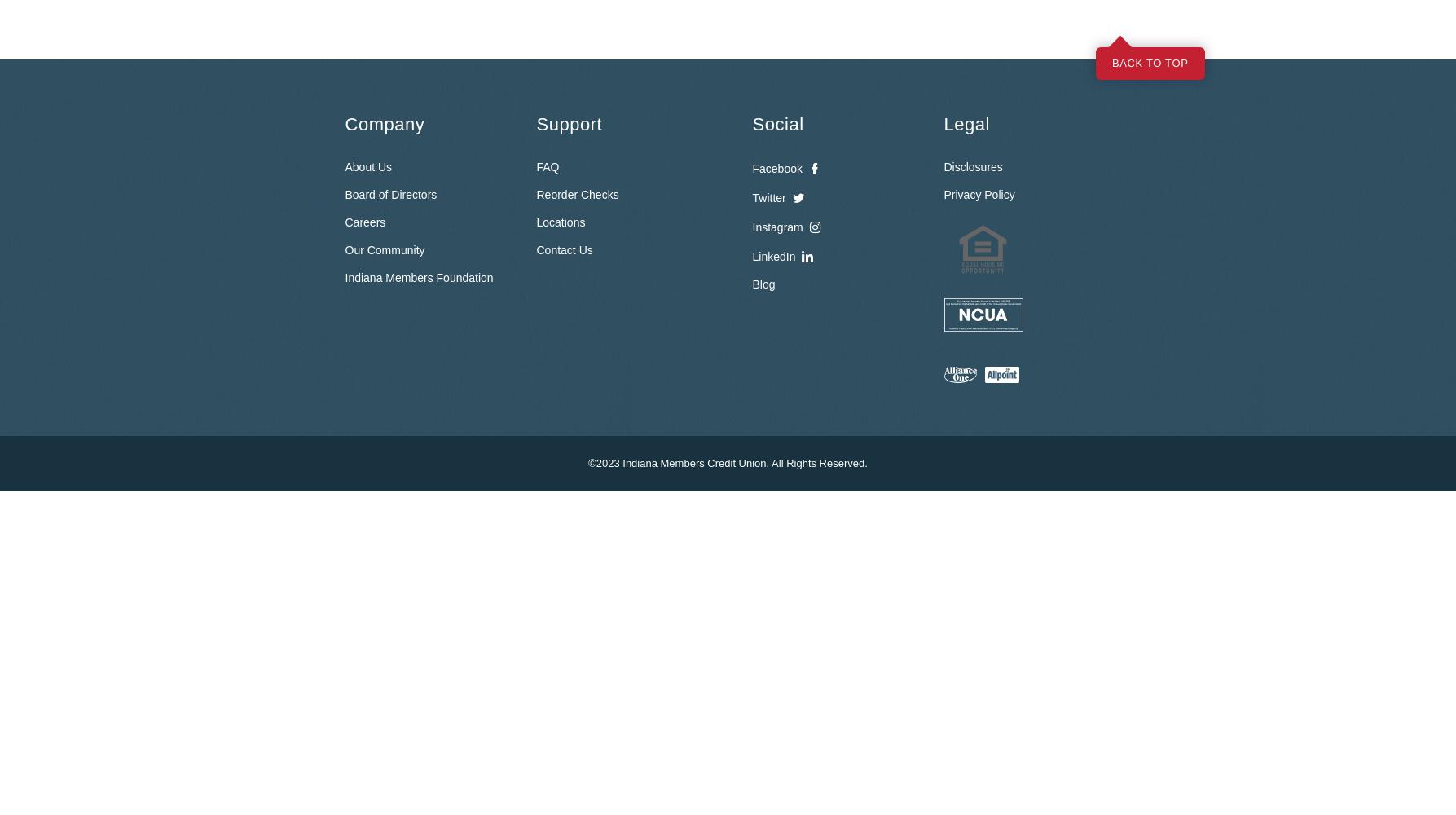  I want to click on 'Disclosures', so click(973, 166).